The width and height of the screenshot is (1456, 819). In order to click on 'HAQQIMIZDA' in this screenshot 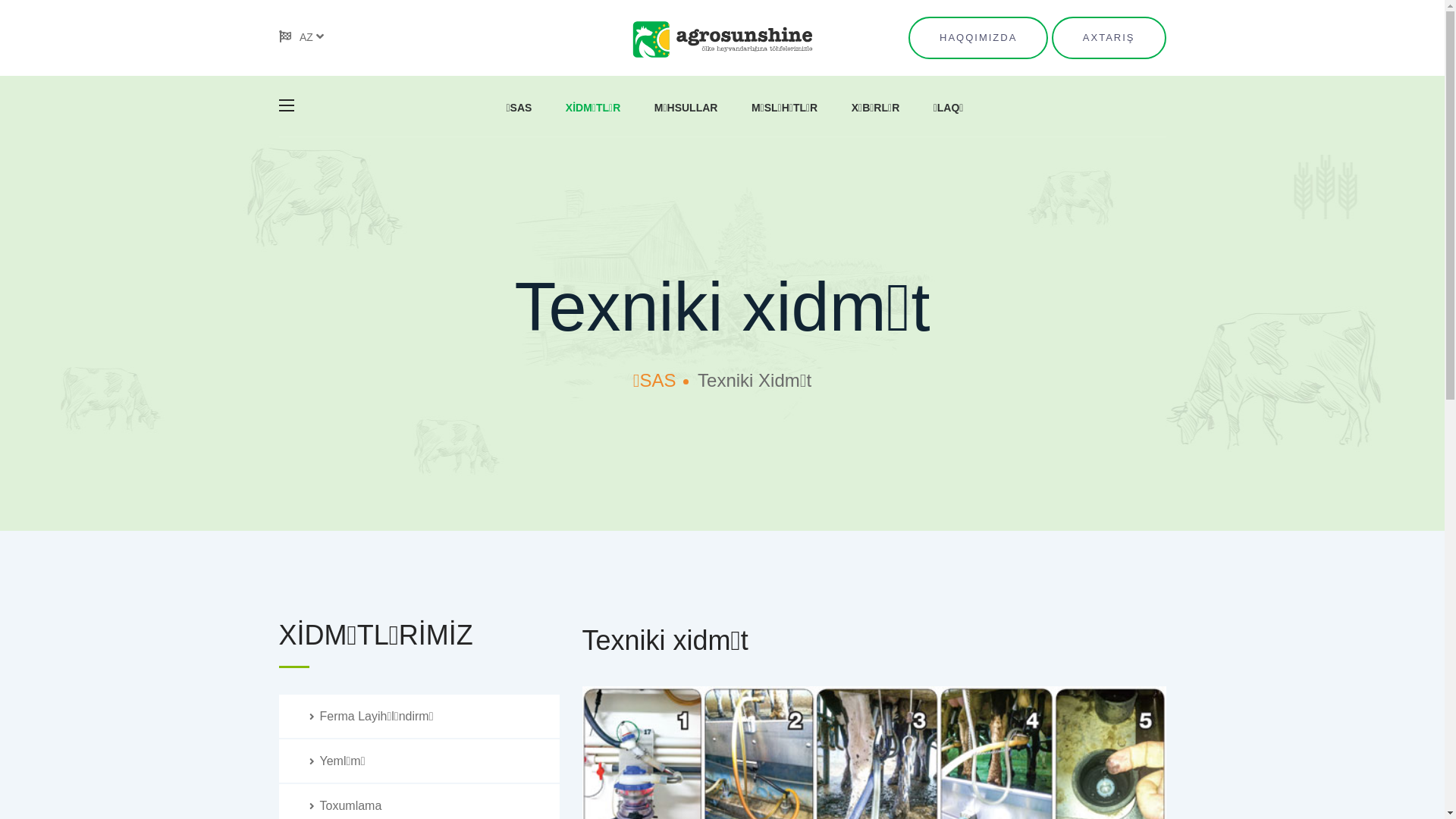, I will do `click(978, 37)`.